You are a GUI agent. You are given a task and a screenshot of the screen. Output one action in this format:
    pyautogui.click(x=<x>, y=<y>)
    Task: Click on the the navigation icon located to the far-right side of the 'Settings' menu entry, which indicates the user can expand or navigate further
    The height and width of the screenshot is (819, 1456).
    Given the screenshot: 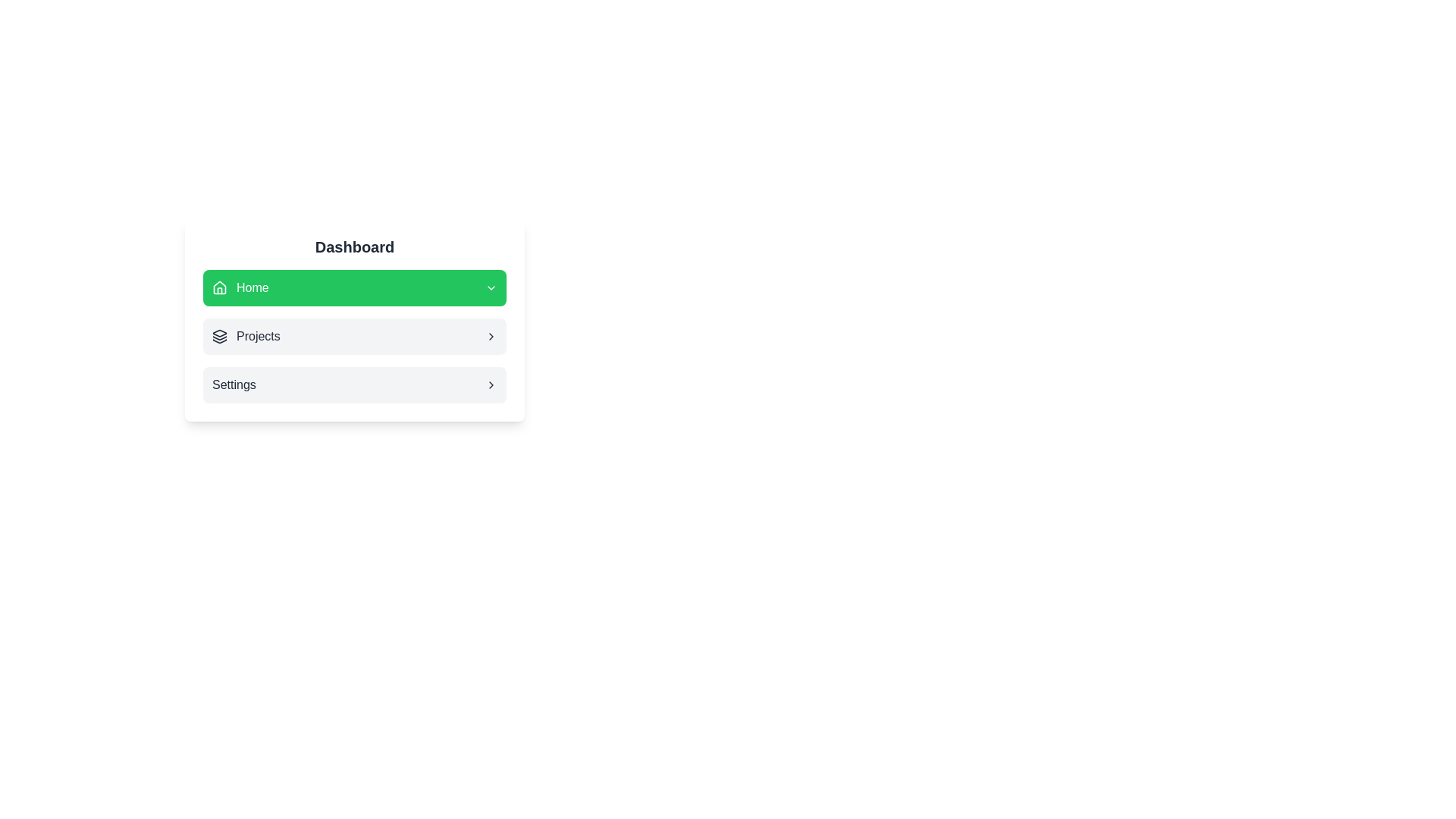 What is the action you would take?
    pyautogui.click(x=491, y=384)
    